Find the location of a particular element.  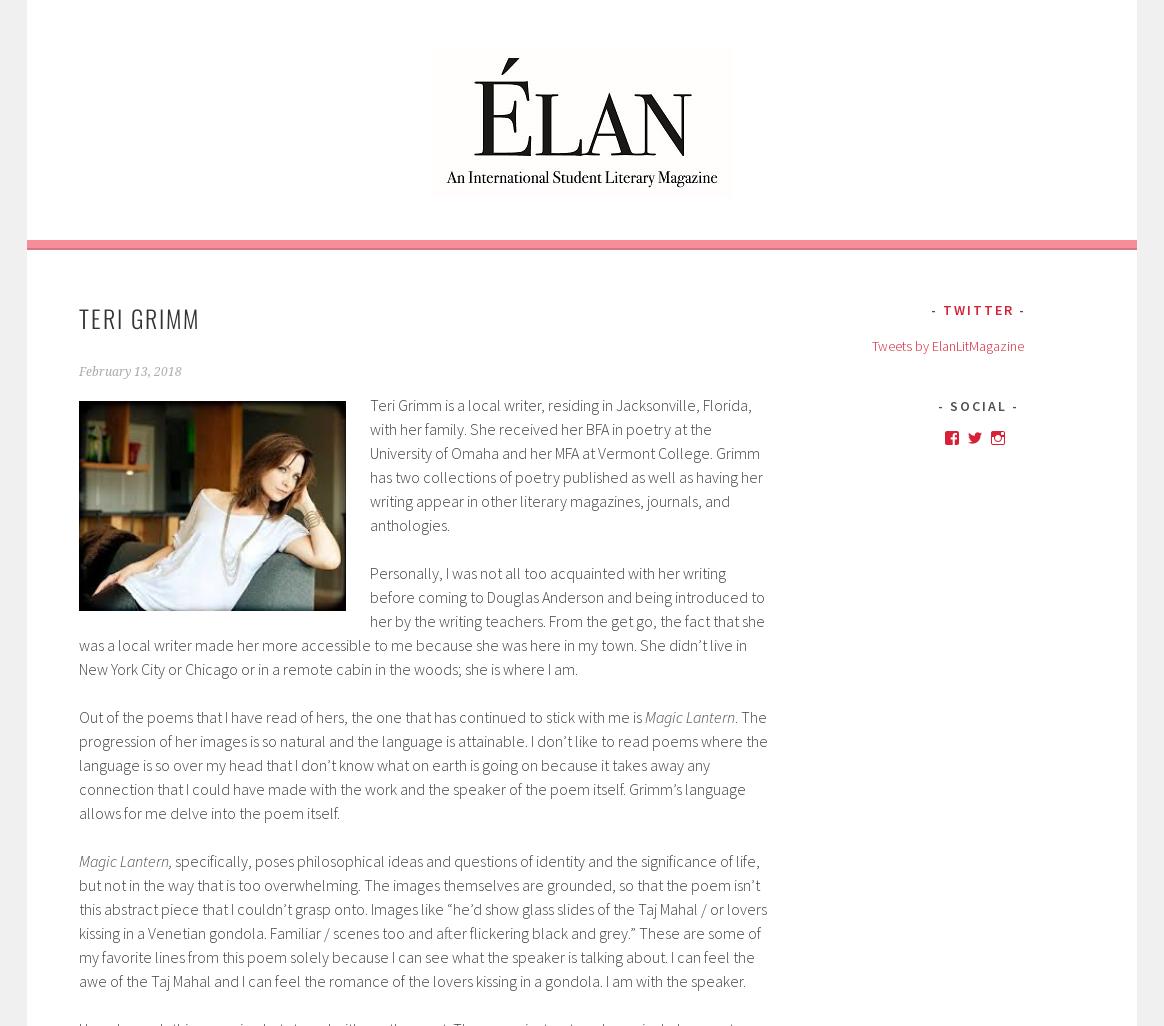

'Magic Lantern,' is located at coordinates (125, 859).